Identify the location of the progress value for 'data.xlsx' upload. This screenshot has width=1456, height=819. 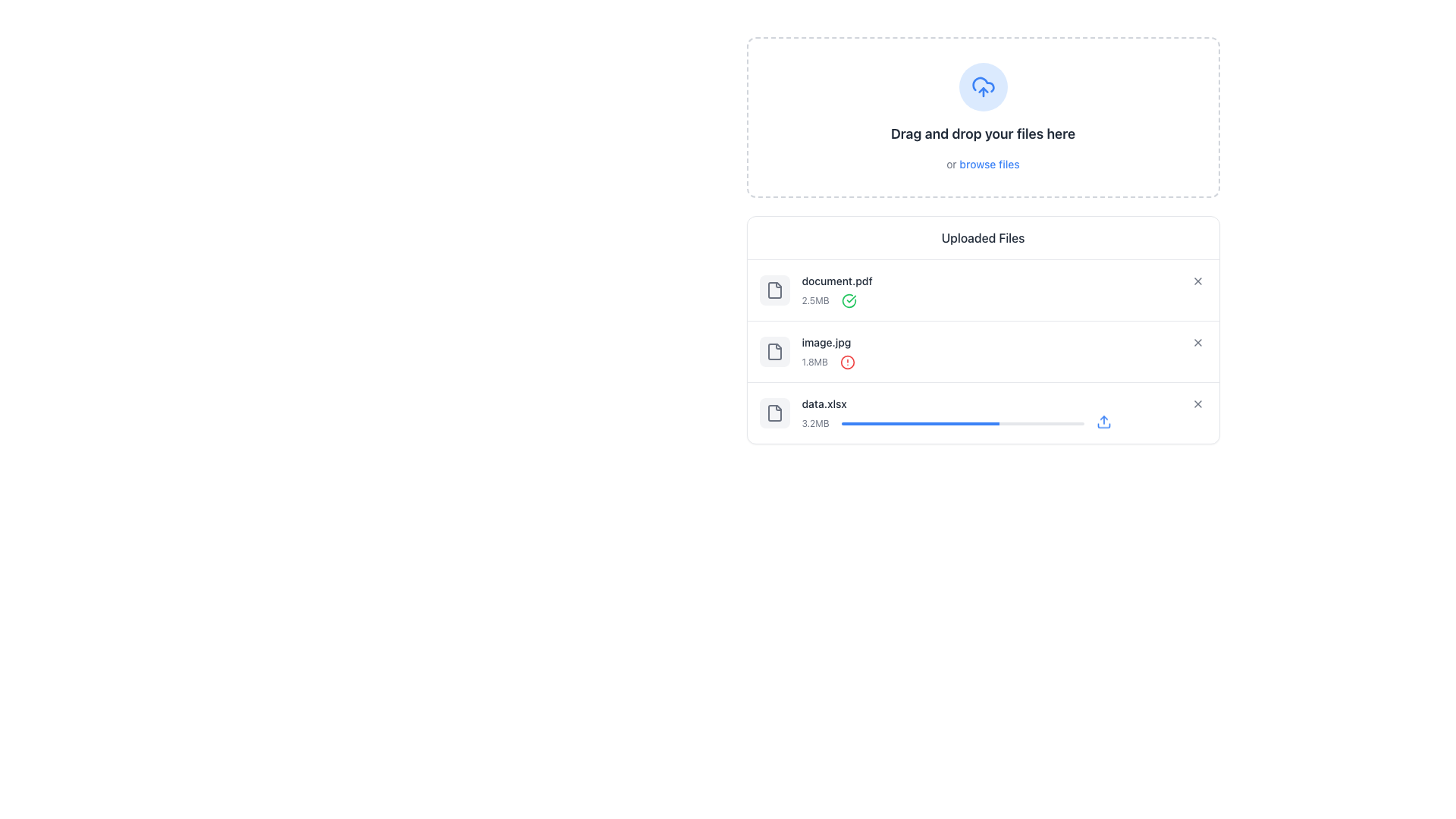
(893, 424).